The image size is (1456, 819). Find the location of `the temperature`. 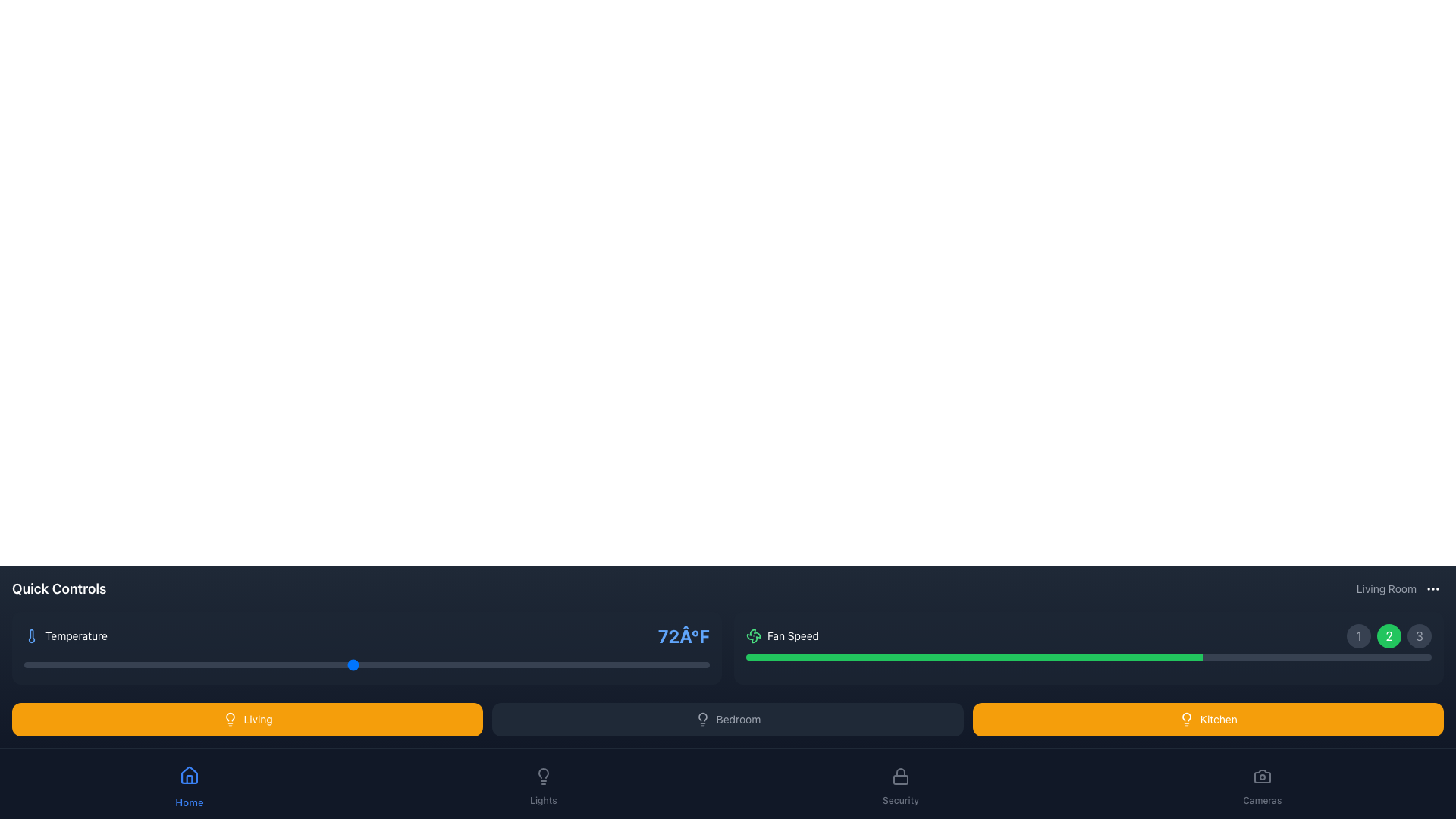

the temperature is located at coordinates (352, 664).